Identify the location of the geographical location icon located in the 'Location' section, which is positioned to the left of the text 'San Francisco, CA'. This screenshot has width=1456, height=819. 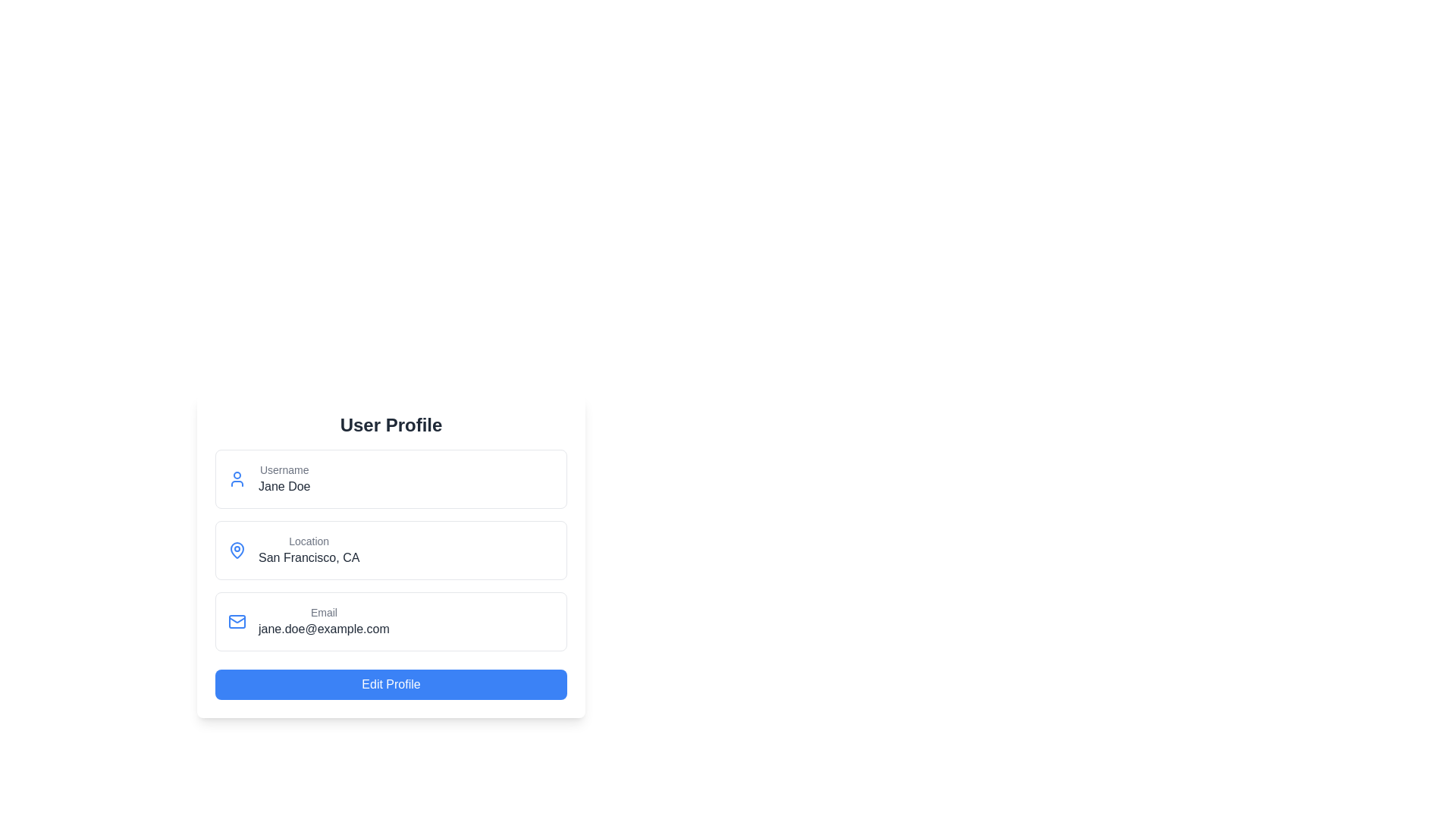
(236, 550).